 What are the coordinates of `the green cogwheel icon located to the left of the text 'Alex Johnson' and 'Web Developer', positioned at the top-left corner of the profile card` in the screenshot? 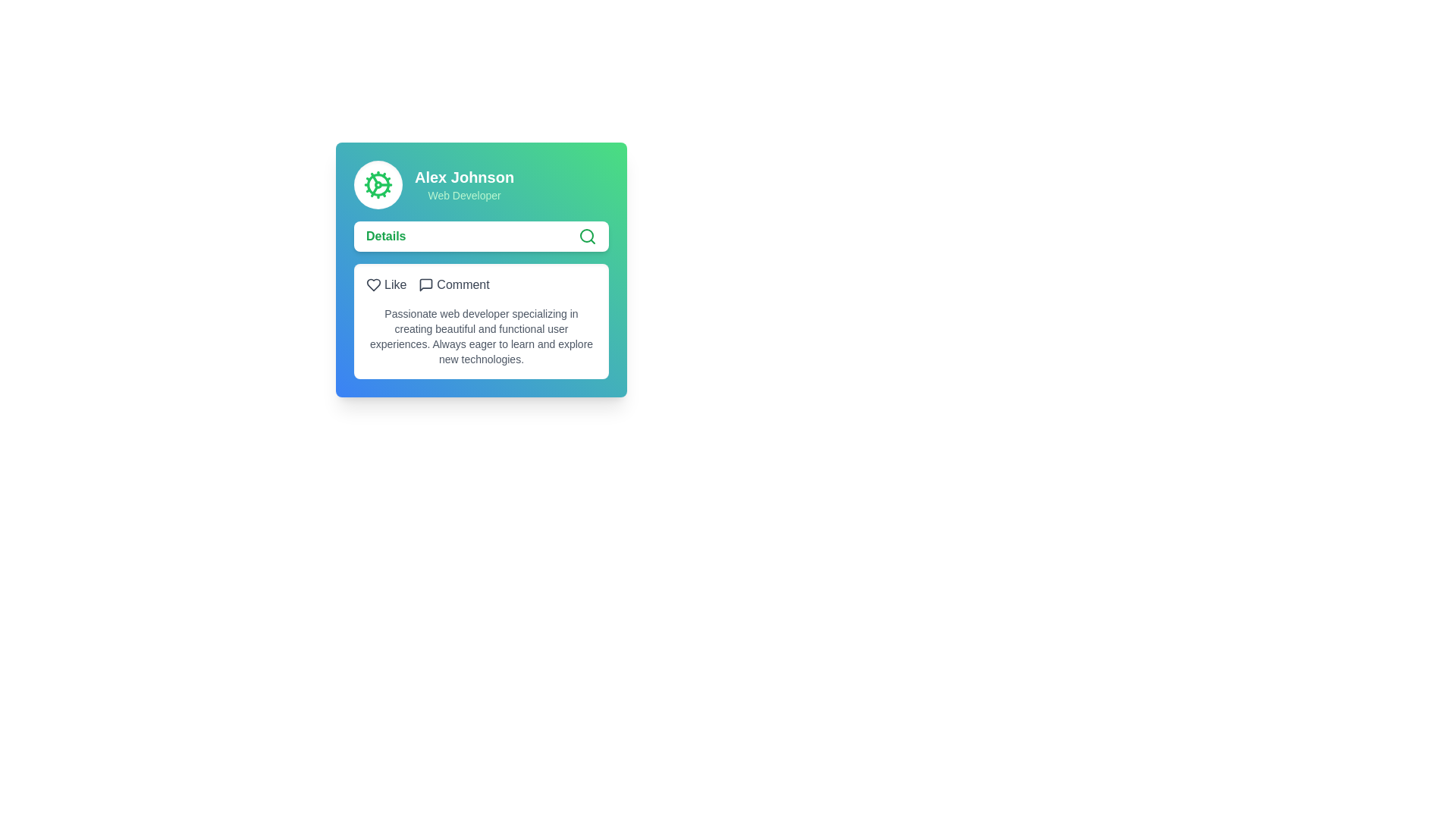 It's located at (378, 184).